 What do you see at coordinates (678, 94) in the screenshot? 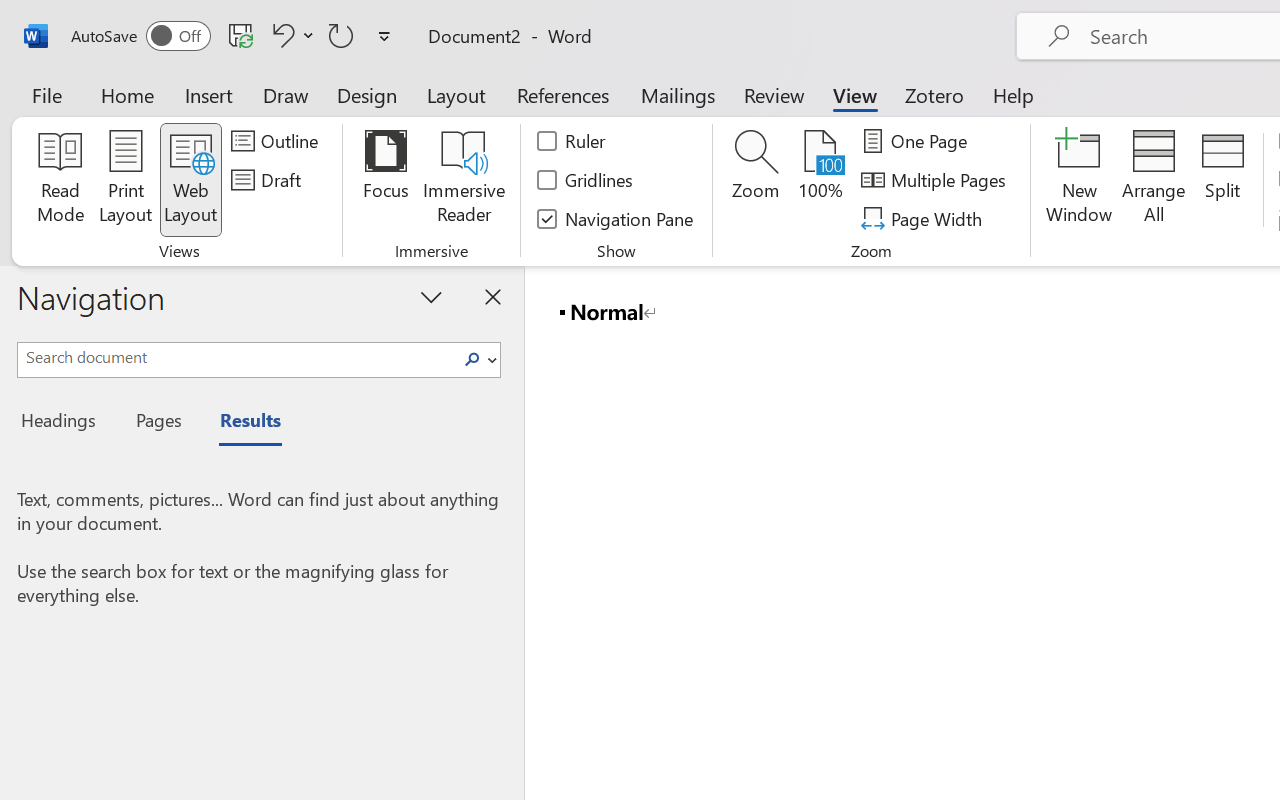
I see `'Mailings'` at bounding box center [678, 94].